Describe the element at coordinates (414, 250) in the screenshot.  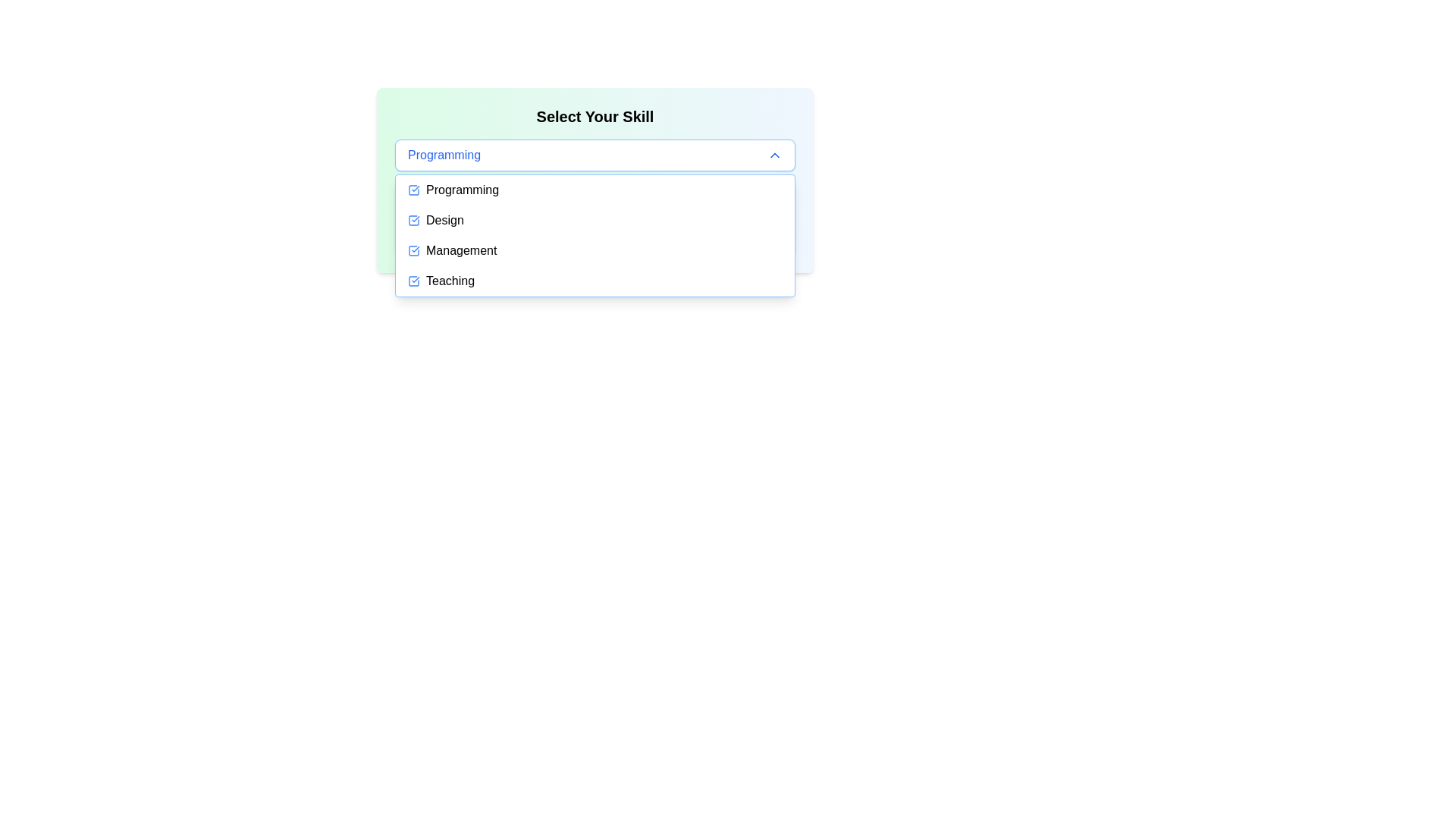
I see `the 'Management' dropdown menu item by clicking the checkbox icon located to the left of the text 'Management'` at that location.